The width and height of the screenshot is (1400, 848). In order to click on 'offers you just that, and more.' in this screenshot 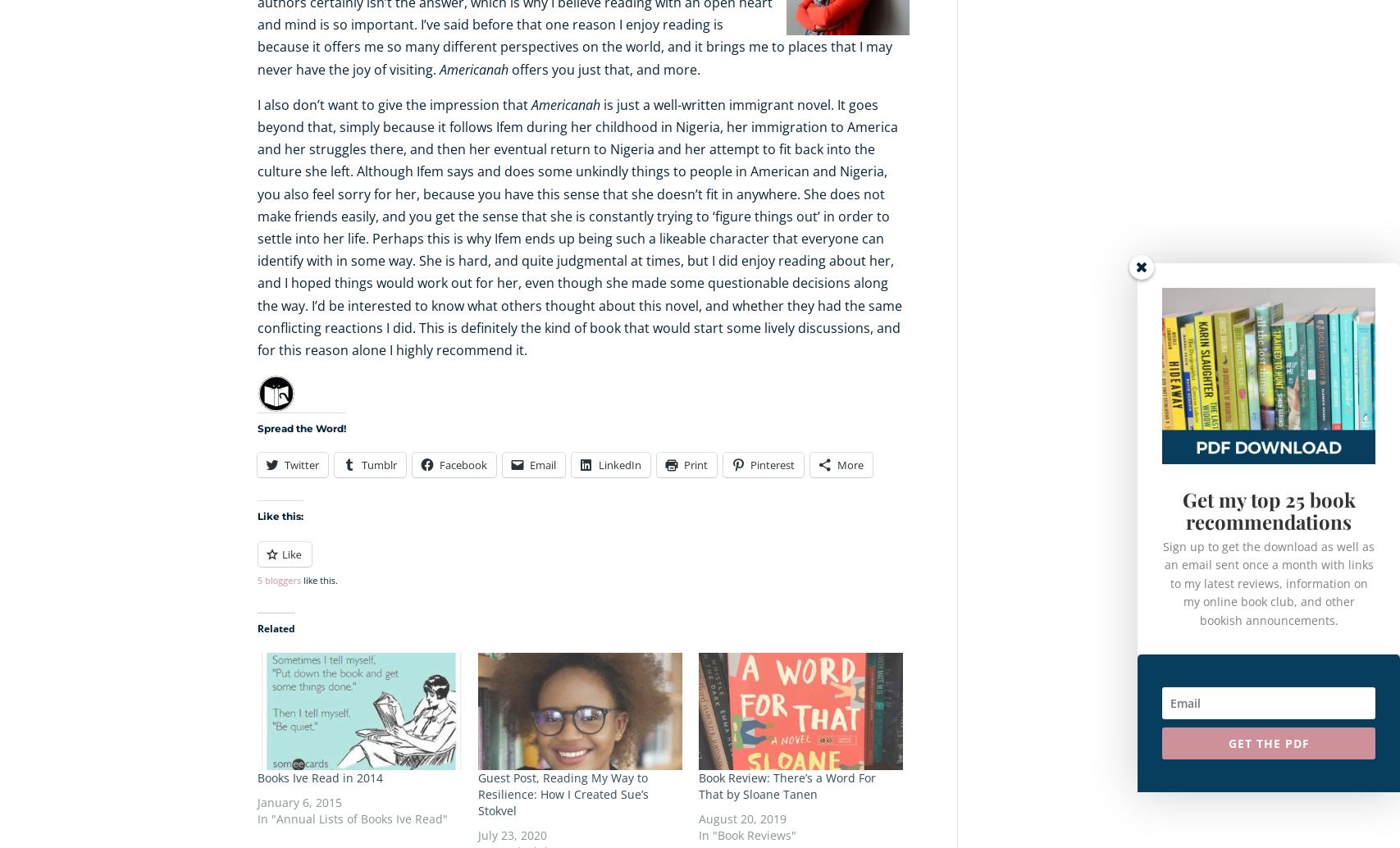, I will do `click(507, 68)`.